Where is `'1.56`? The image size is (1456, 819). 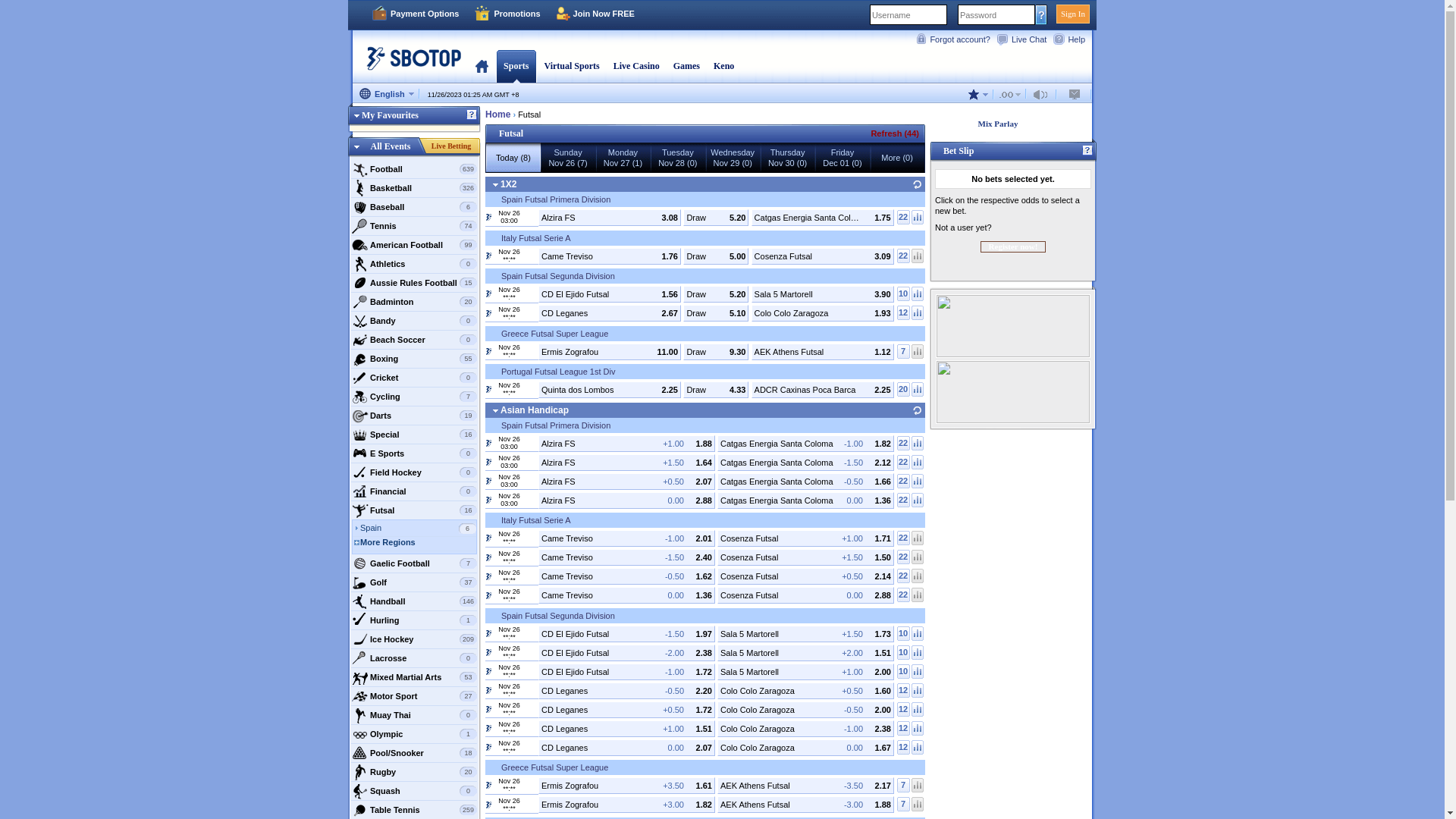
'1.56 is located at coordinates (610, 294).